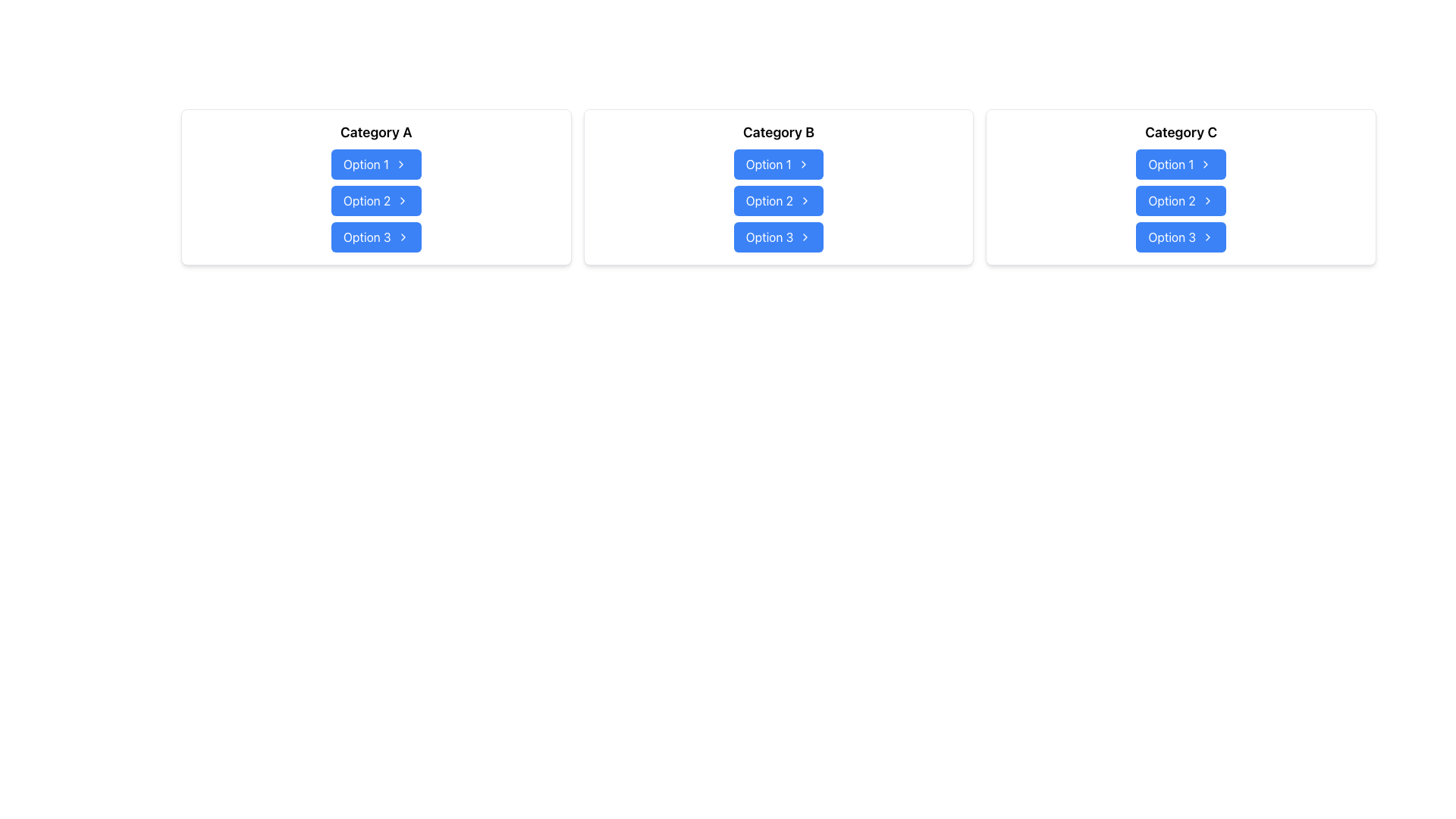  What do you see at coordinates (1180, 186) in the screenshot?
I see `the second option button labeled 'Option 2' in the vertically-aligned button group under the 'Category C' header` at bounding box center [1180, 186].